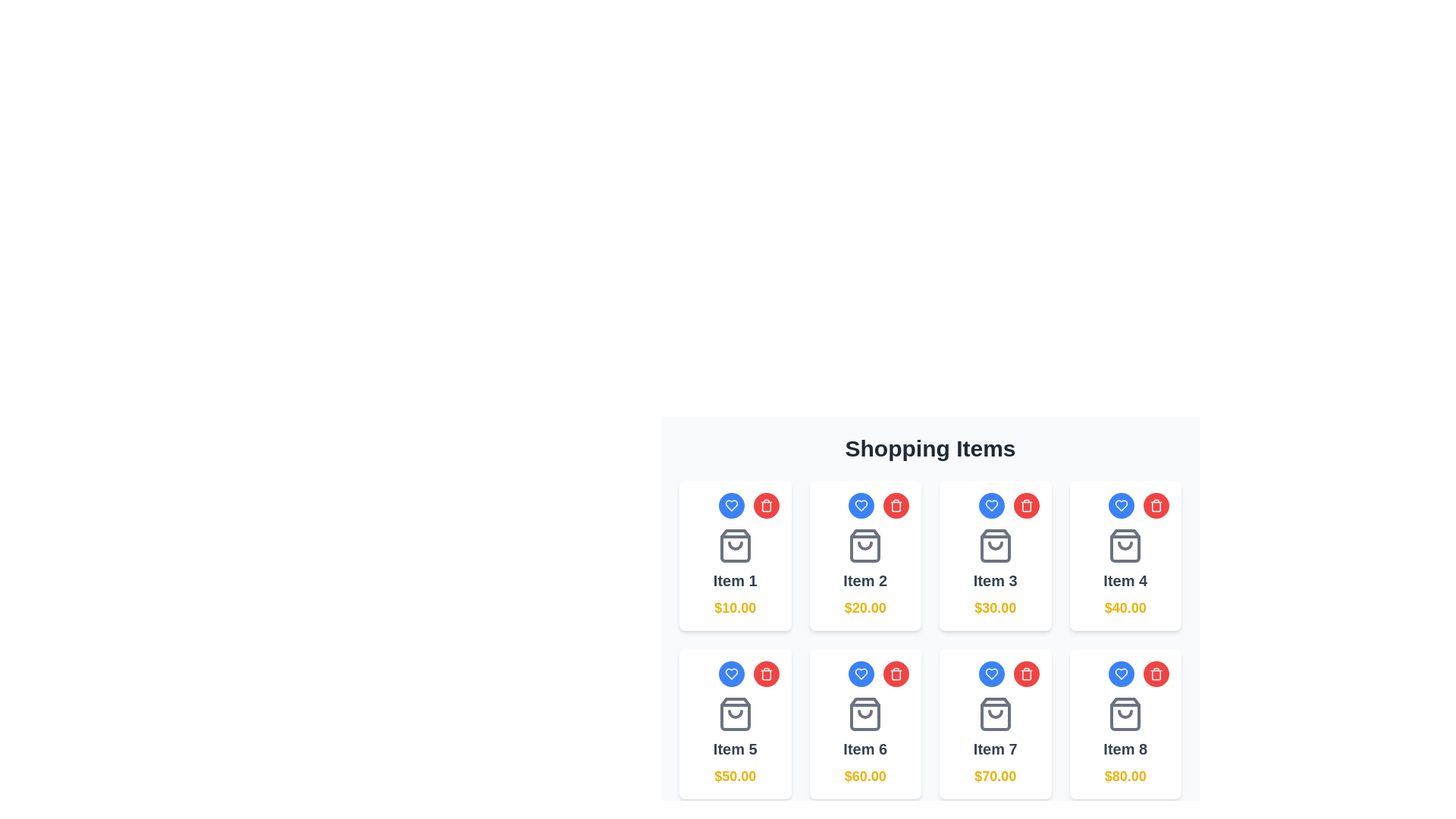 This screenshot has height=819, width=1456. I want to click on the delete button for 'Item 6', so click(896, 673).